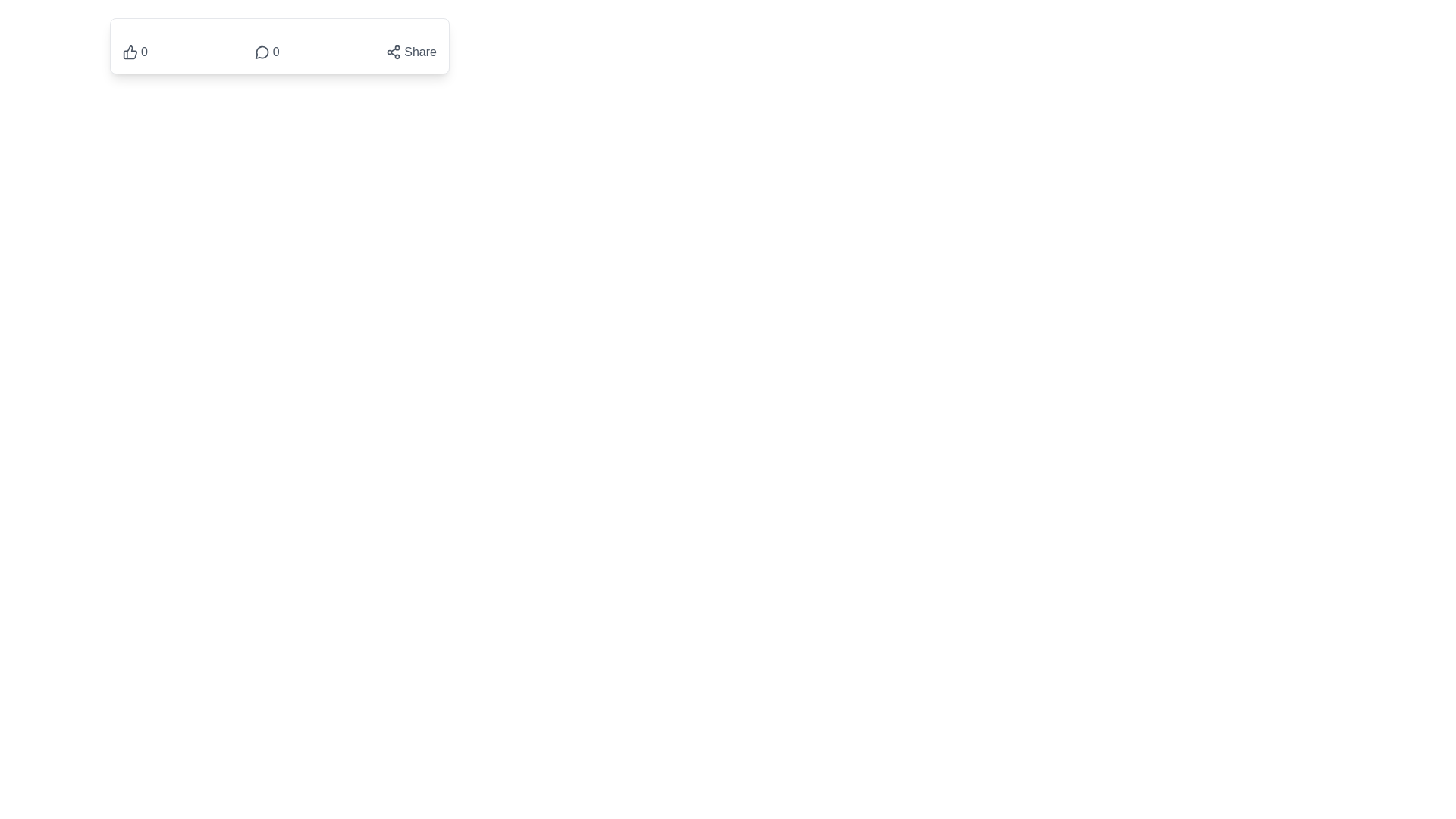 This screenshot has width=1456, height=819. I want to click on the comment/message SVG icon located to the right of the thumbs-up icon and to the left of the 'Share' label, so click(262, 52).